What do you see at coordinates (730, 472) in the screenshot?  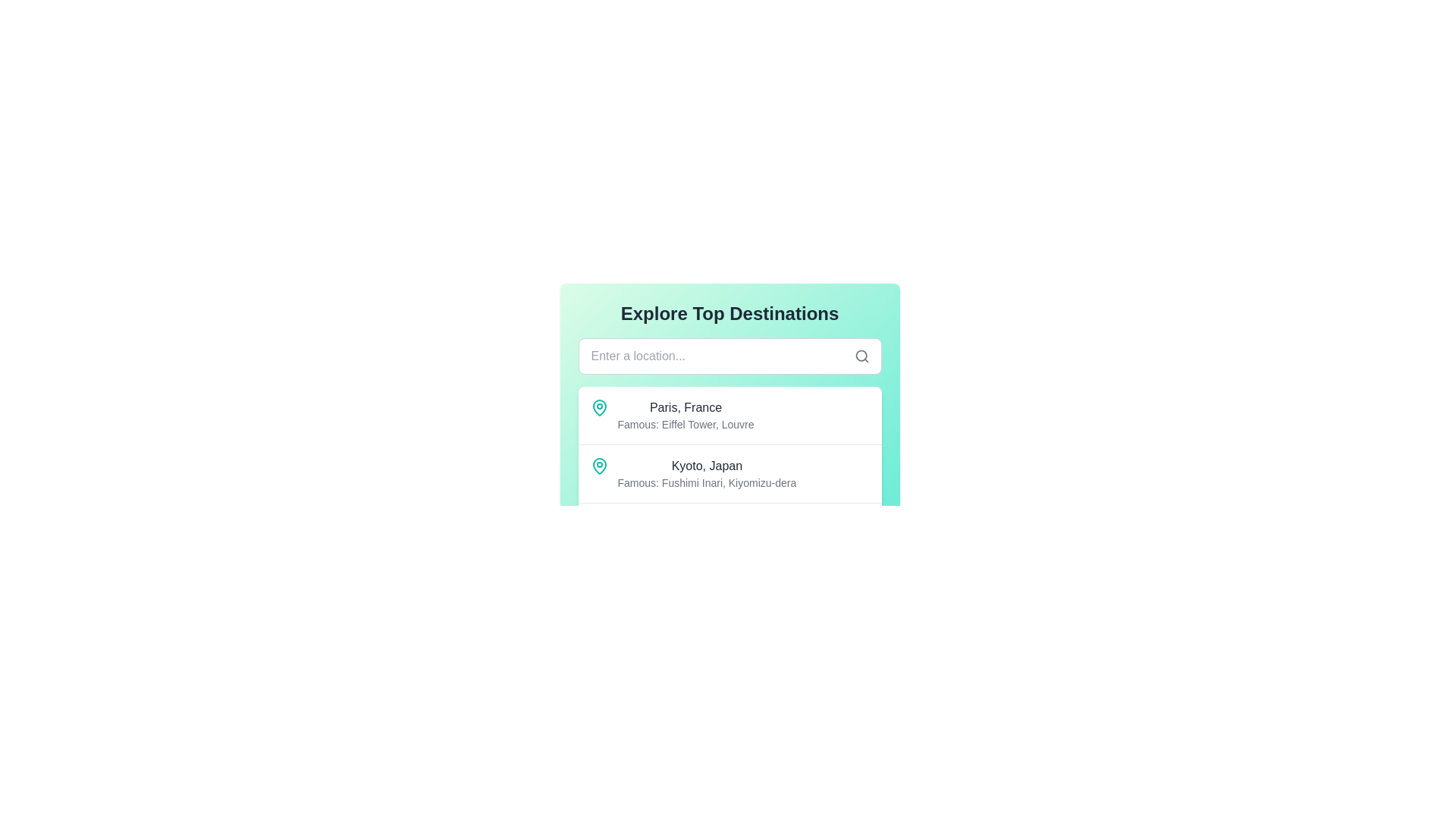 I see `the list item displaying 'Kyoto, Japan'` at bounding box center [730, 472].